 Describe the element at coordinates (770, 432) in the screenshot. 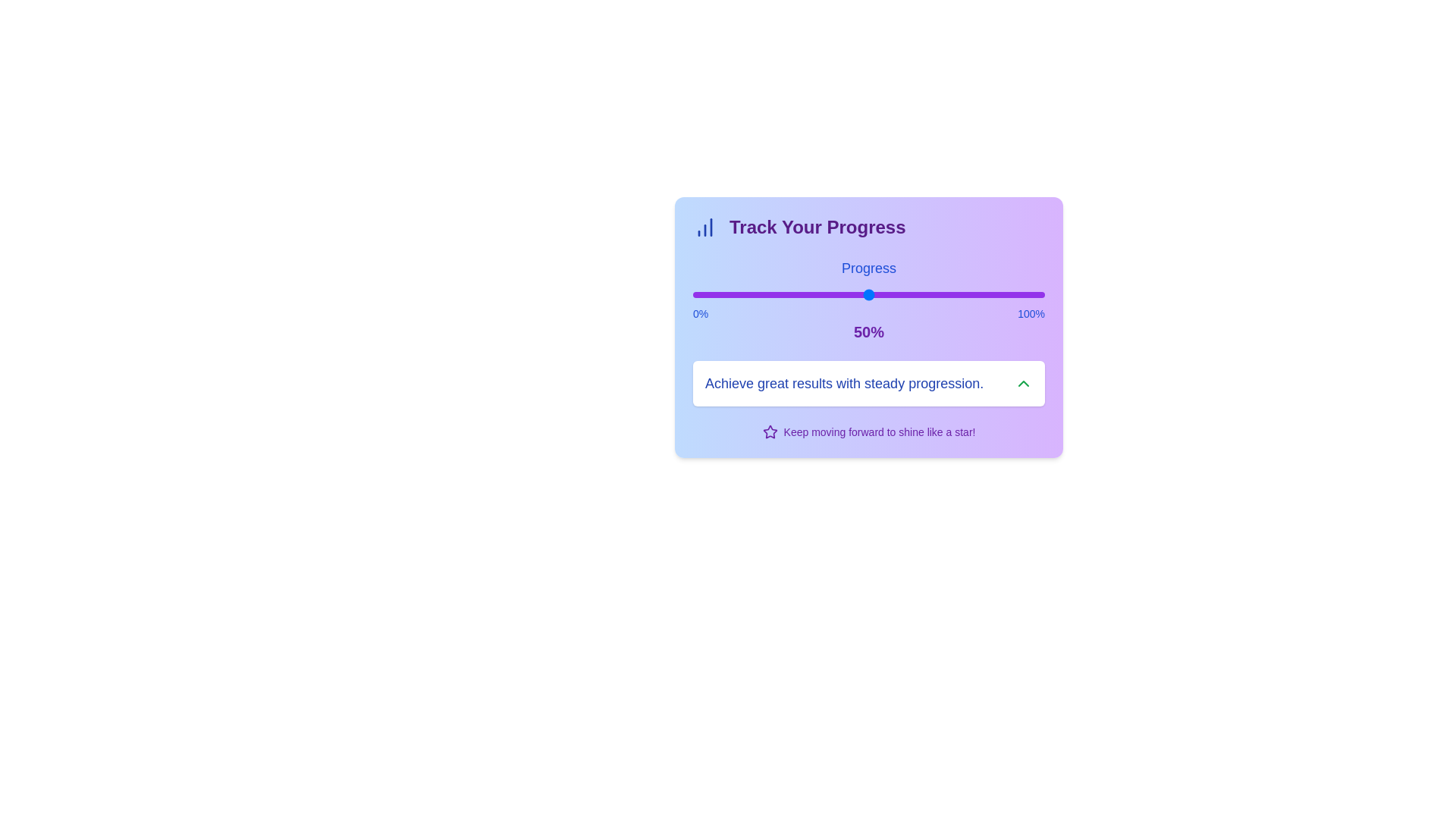

I see `the stylized purple star icon located to the left of the sentence 'Keep moving forward to shine like a star!' in the lower part of the card interface` at that location.